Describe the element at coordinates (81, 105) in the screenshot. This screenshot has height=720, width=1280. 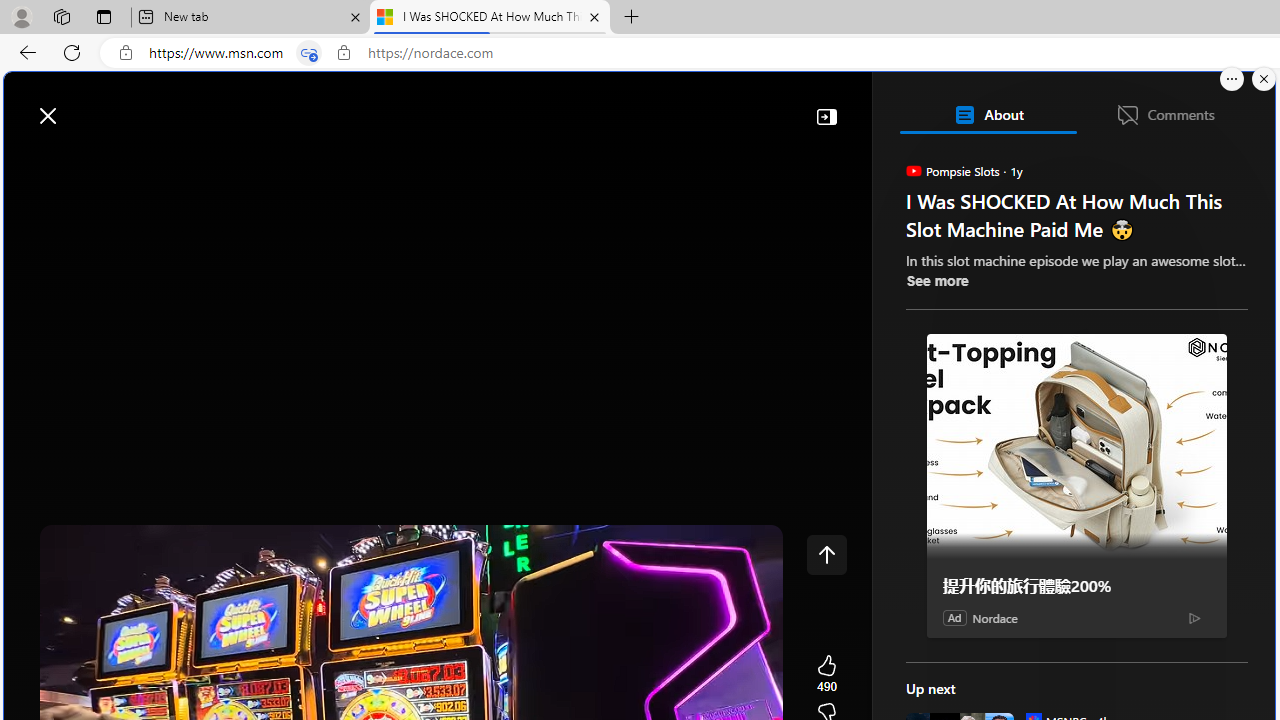
I see `'Skip to footer'` at that location.